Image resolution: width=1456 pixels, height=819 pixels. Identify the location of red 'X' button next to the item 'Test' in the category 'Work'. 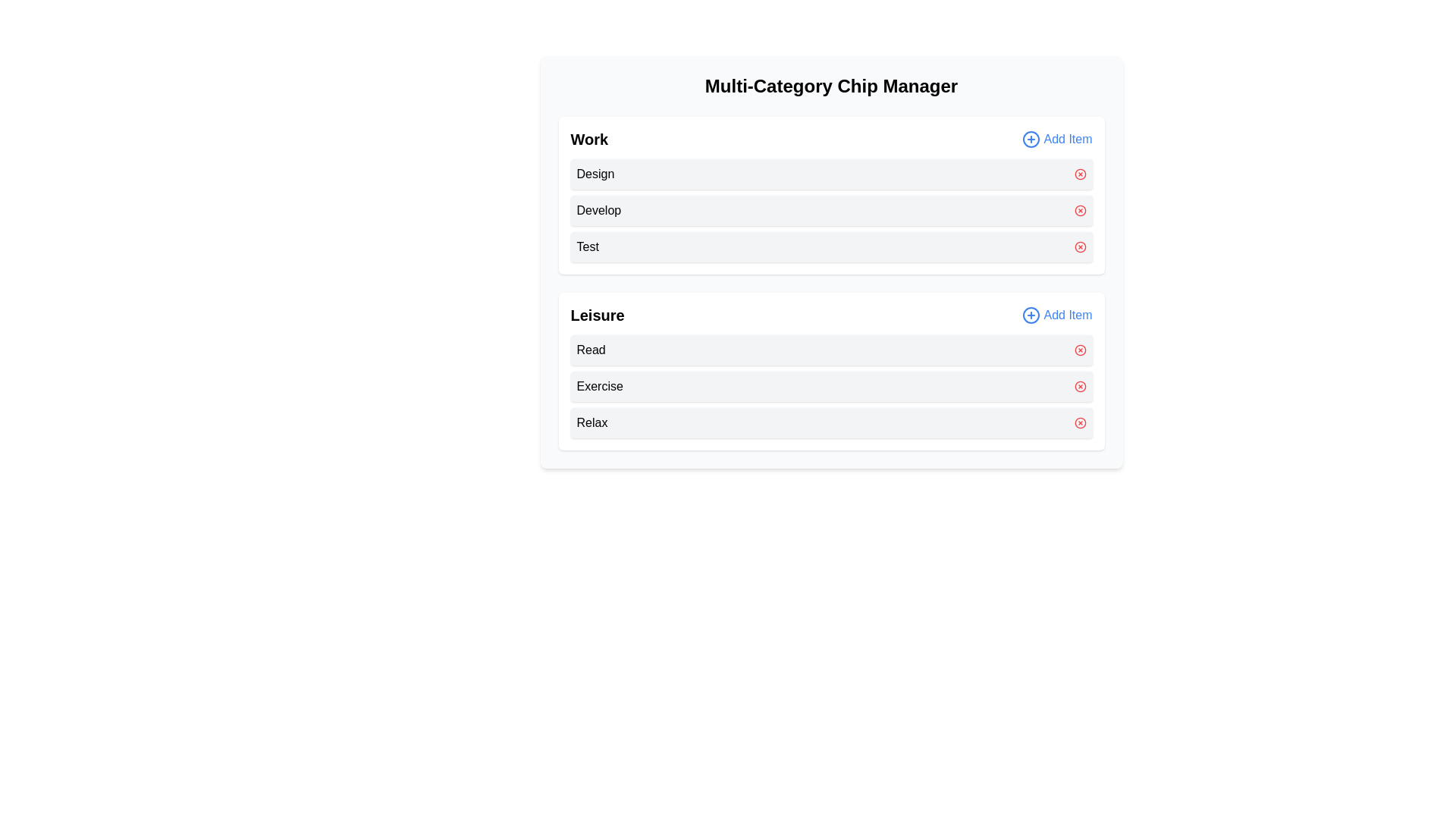
(1079, 246).